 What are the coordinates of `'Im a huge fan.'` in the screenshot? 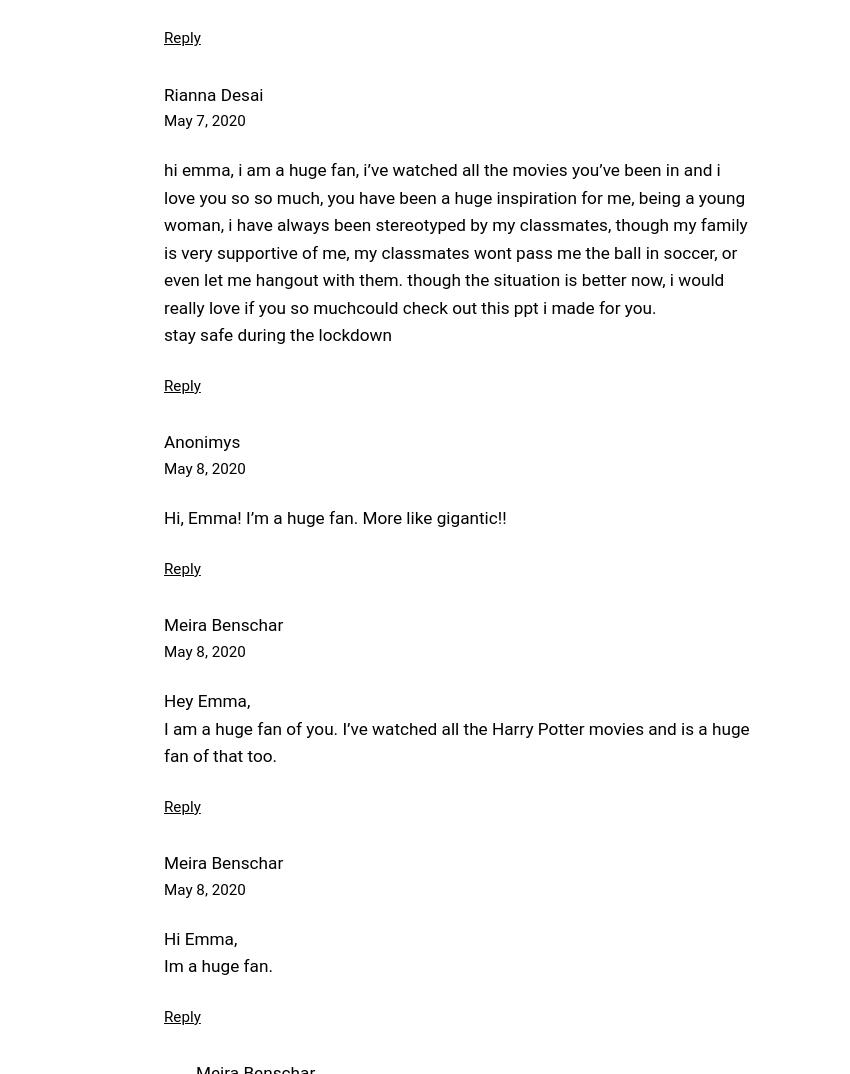 It's located at (163, 965).